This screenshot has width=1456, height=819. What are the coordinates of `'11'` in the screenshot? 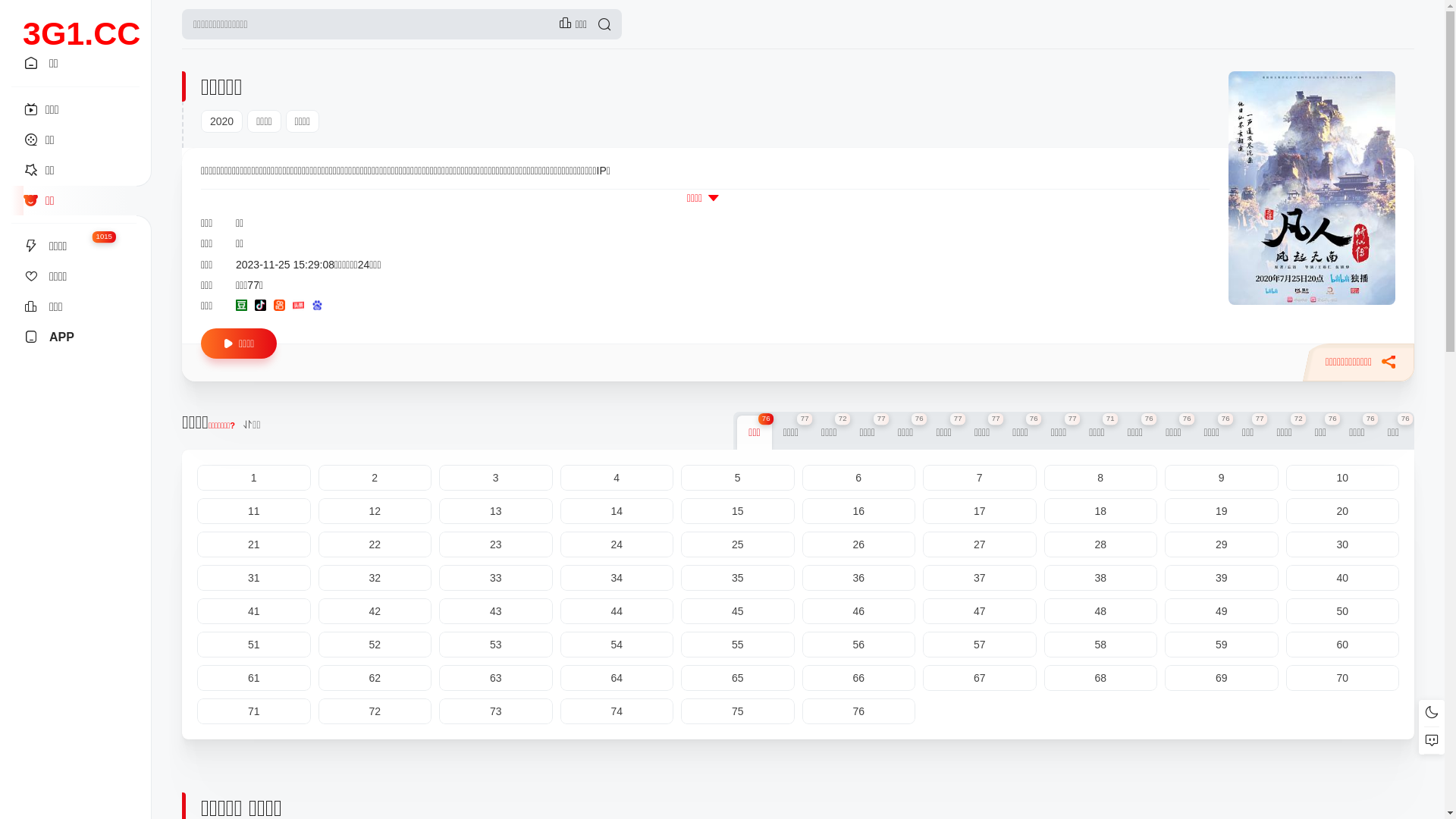 It's located at (254, 511).